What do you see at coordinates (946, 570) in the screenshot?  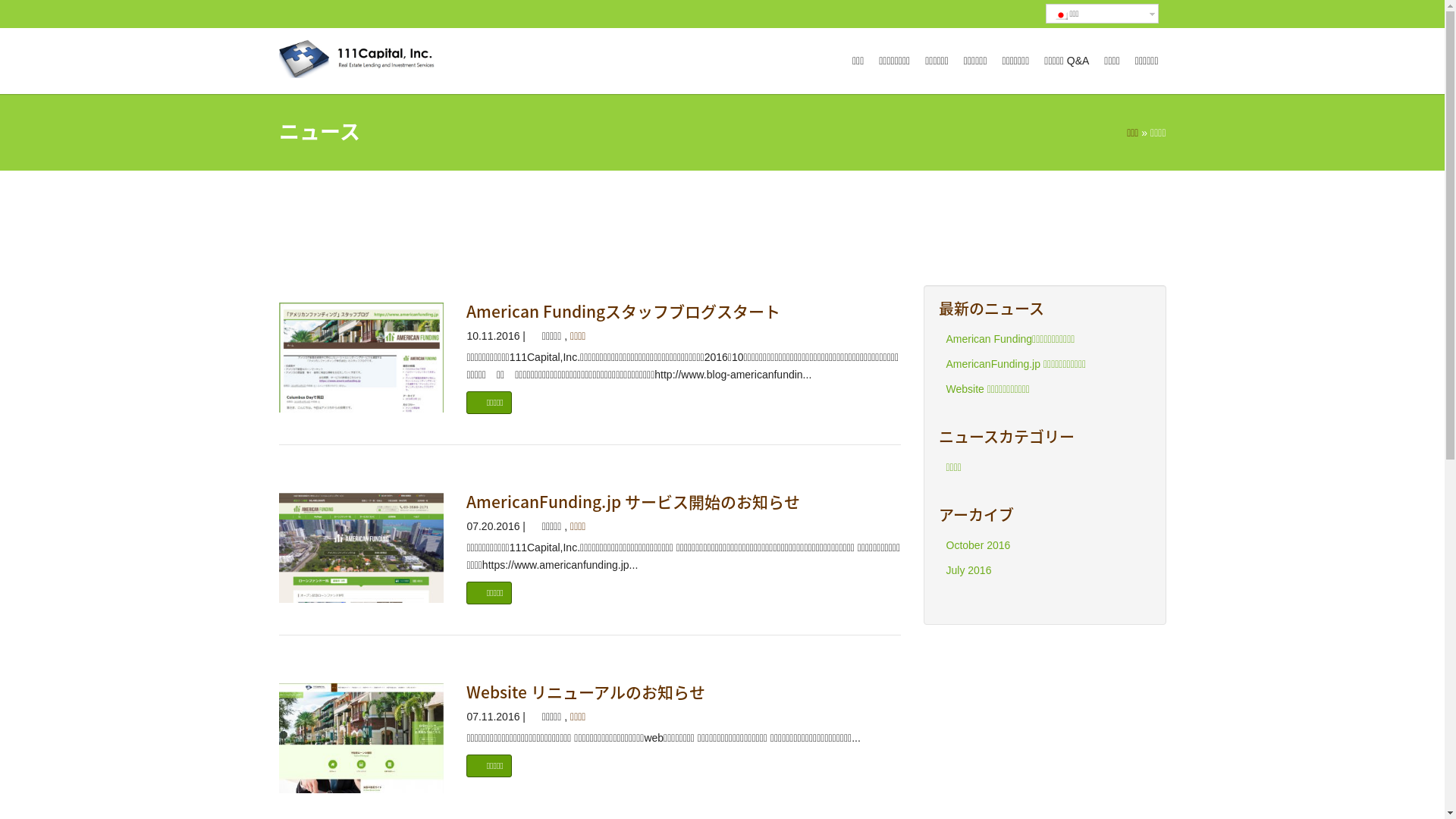 I see `'July 2016'` at bounding box center [946, 570].